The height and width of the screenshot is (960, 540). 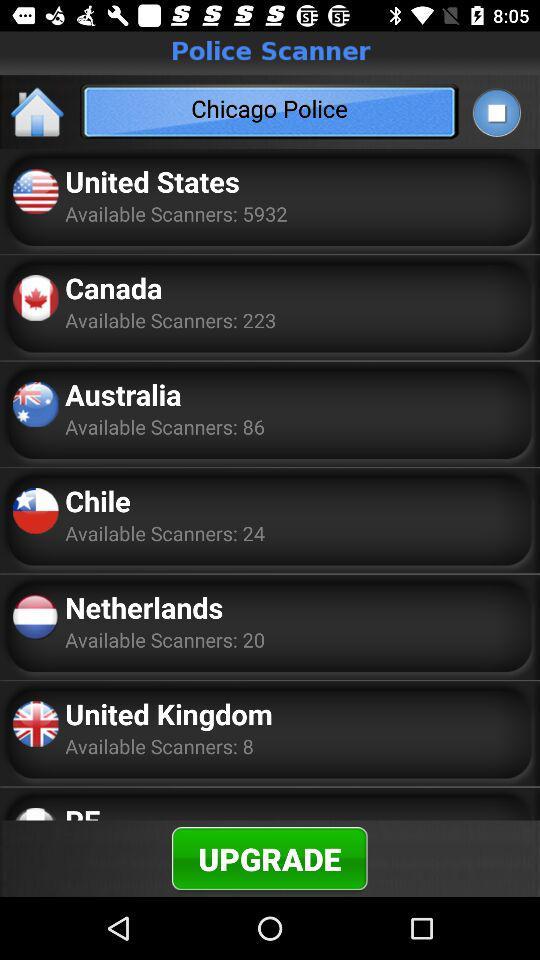 What do you see at coordinates (495, 112) in the screenshot?
I see `stop current` at bounding box center [495, 112].